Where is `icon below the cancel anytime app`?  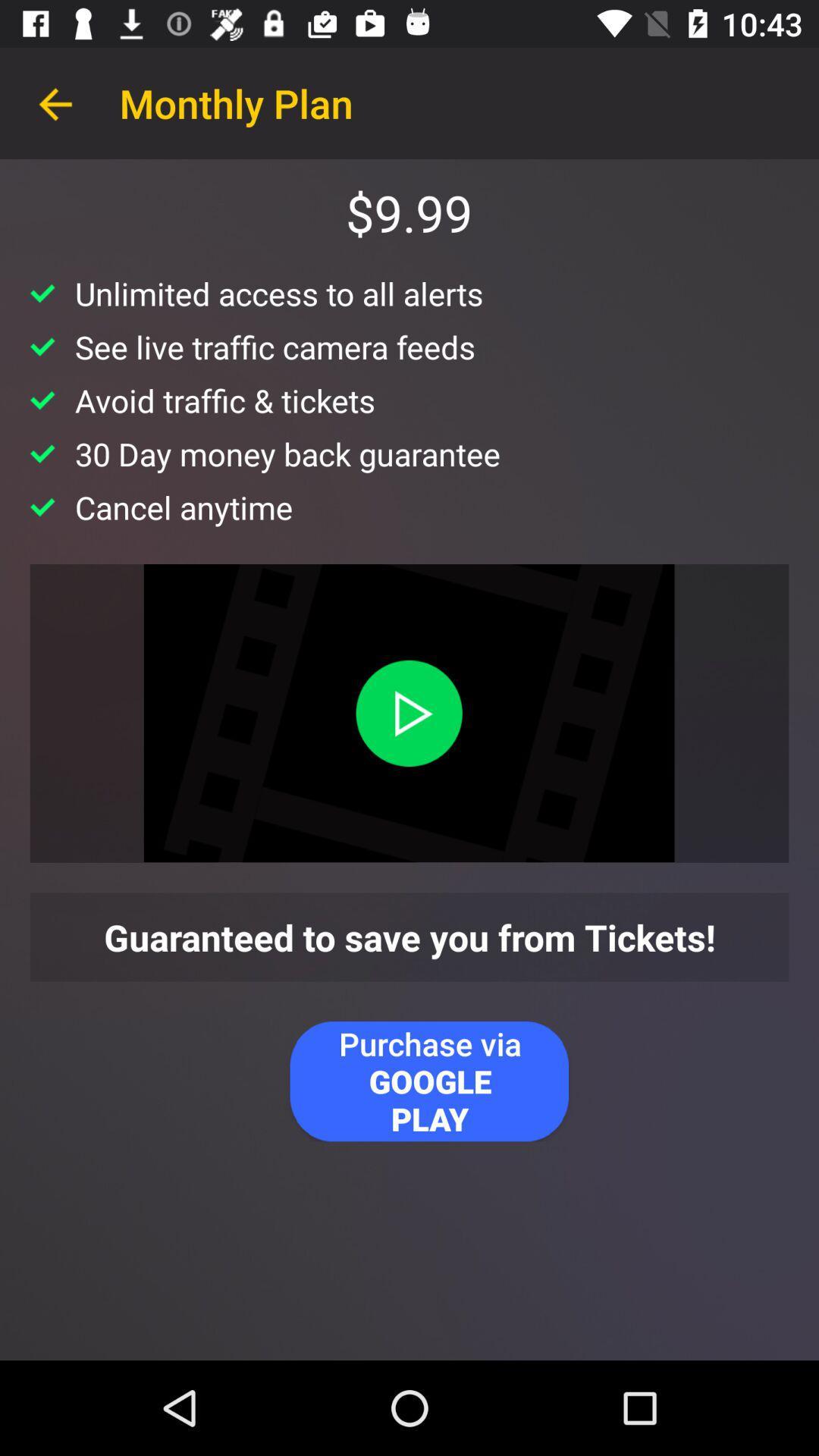 icon below the cancel anytime app is located at coordinates (408, 712).